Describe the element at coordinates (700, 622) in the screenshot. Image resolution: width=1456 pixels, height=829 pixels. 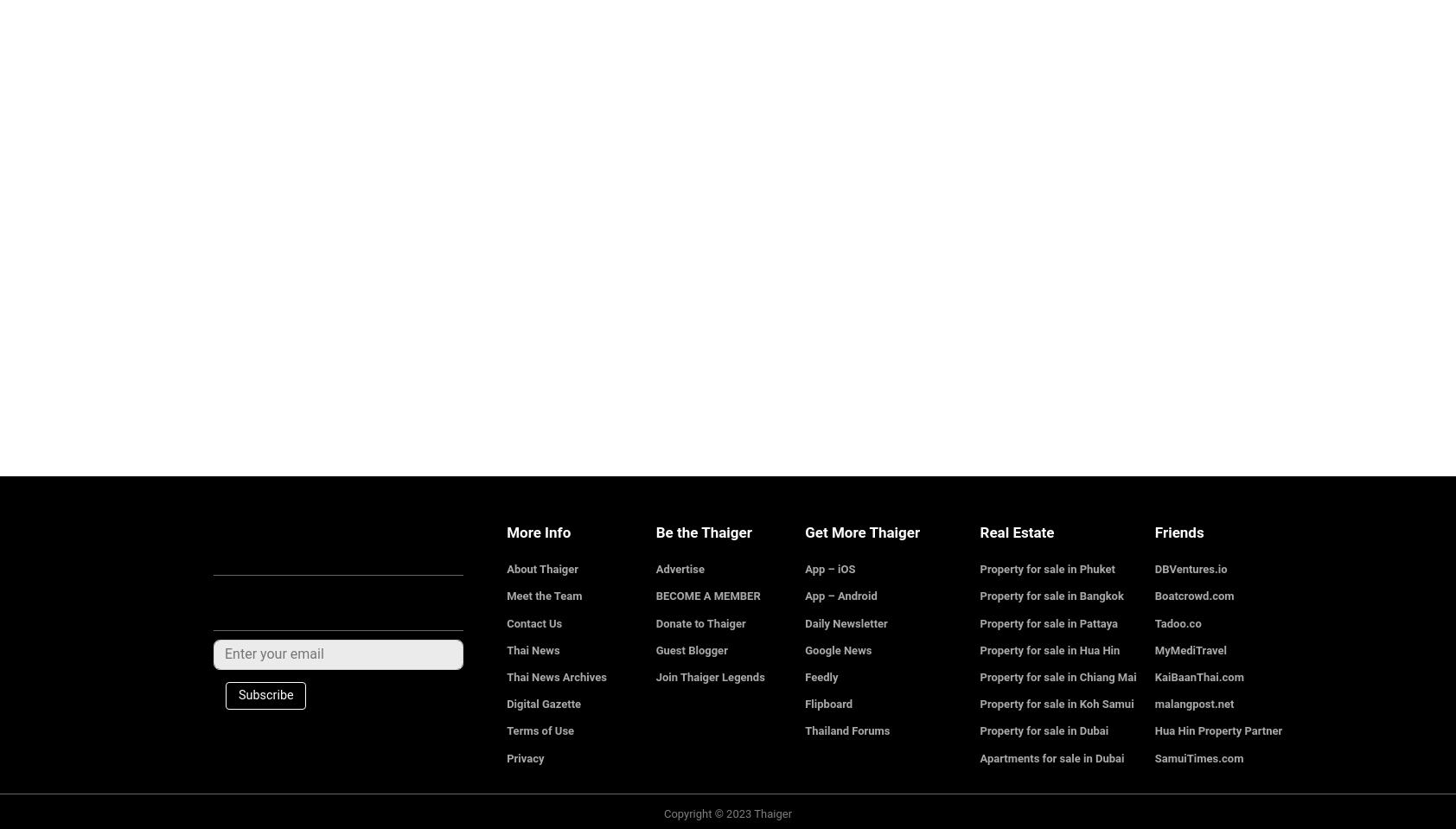
I see `'Donate to Thaiger'` at that location.